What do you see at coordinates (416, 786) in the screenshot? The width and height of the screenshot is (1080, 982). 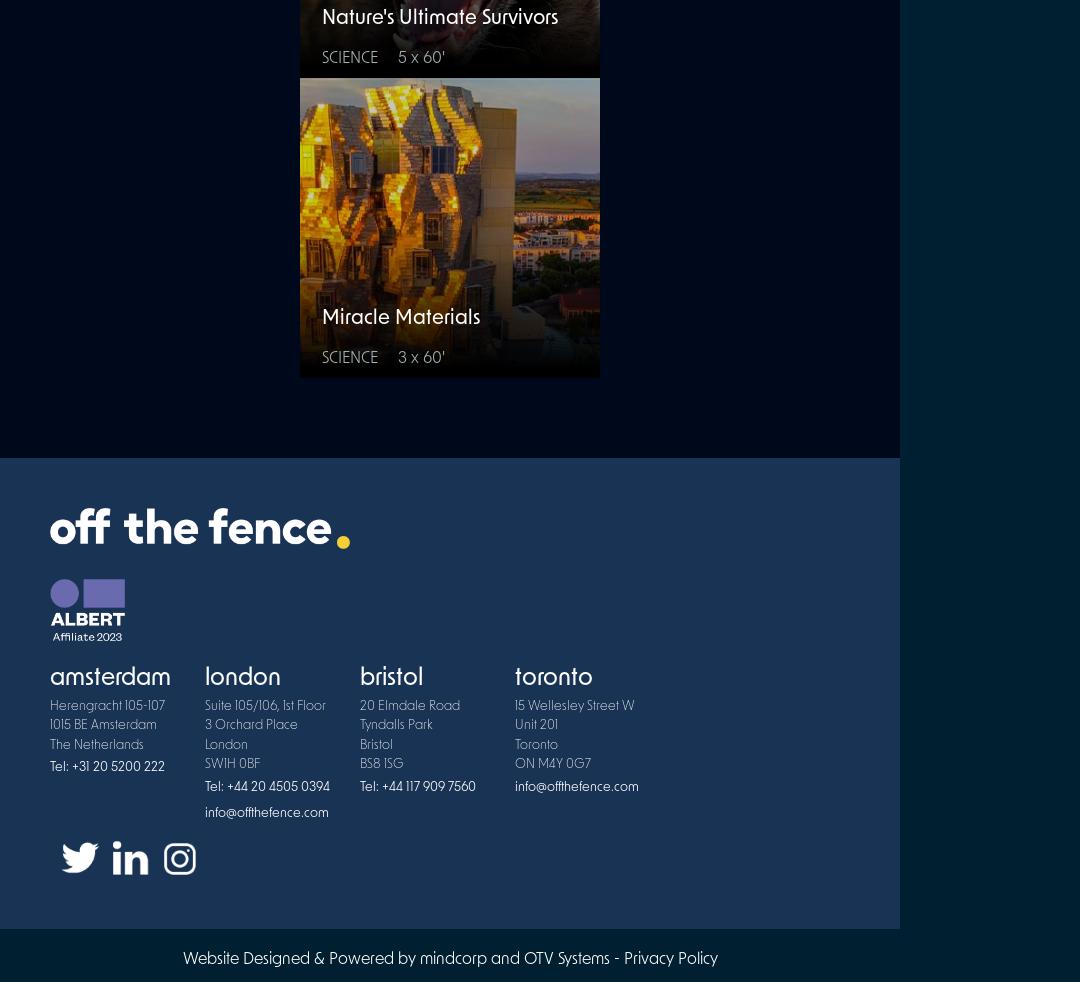 I see `'Tel: +44 117 909 7560'` at bounding box center [416, 786].